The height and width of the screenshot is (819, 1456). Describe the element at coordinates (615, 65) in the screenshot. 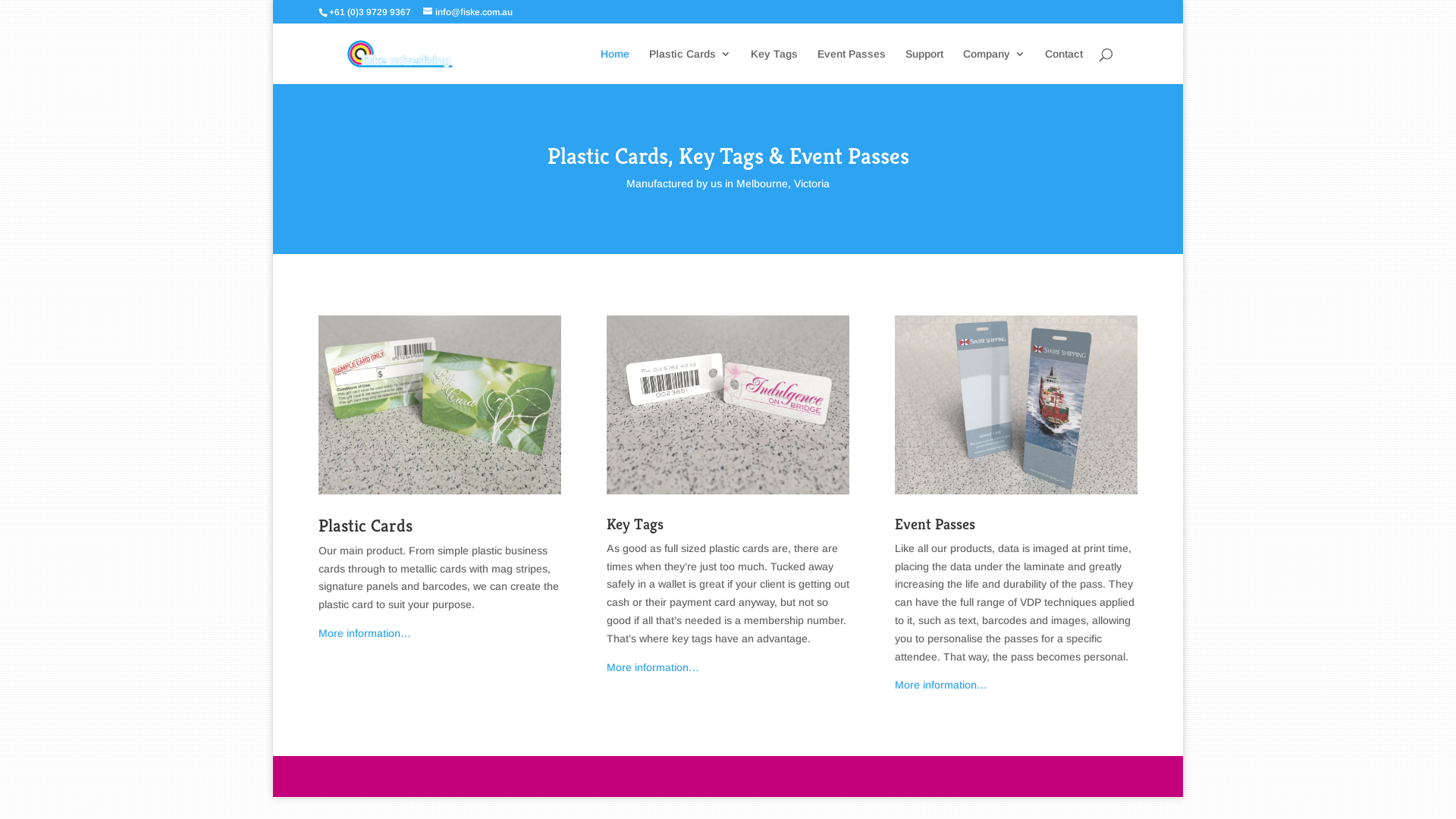

I see `'Home'` at that location.